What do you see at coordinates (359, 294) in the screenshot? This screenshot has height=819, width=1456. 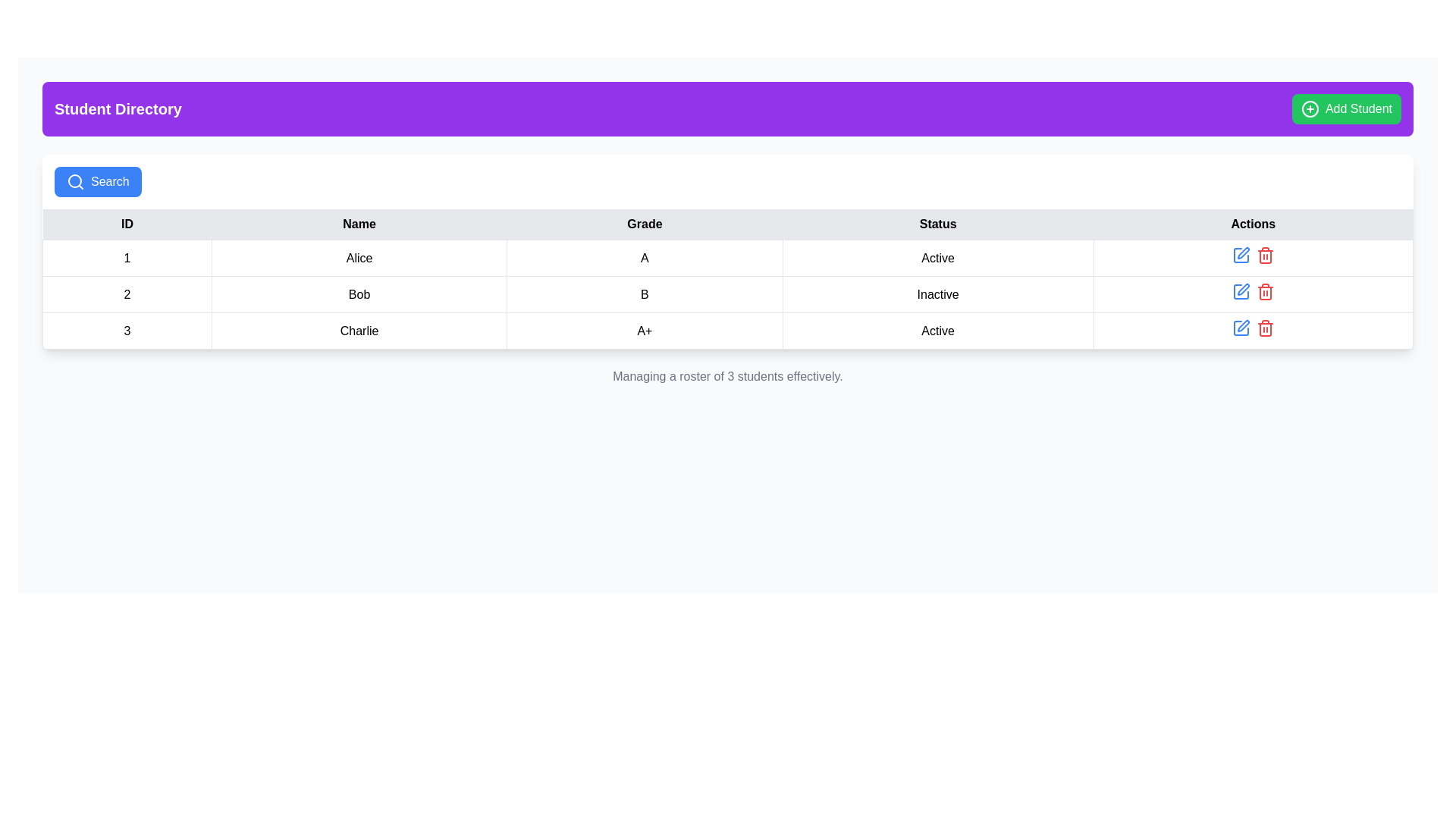 I see `the informational Text label displaying the name 'Bob' in the second column of the second row of the table` at bounding box center [359, 294].